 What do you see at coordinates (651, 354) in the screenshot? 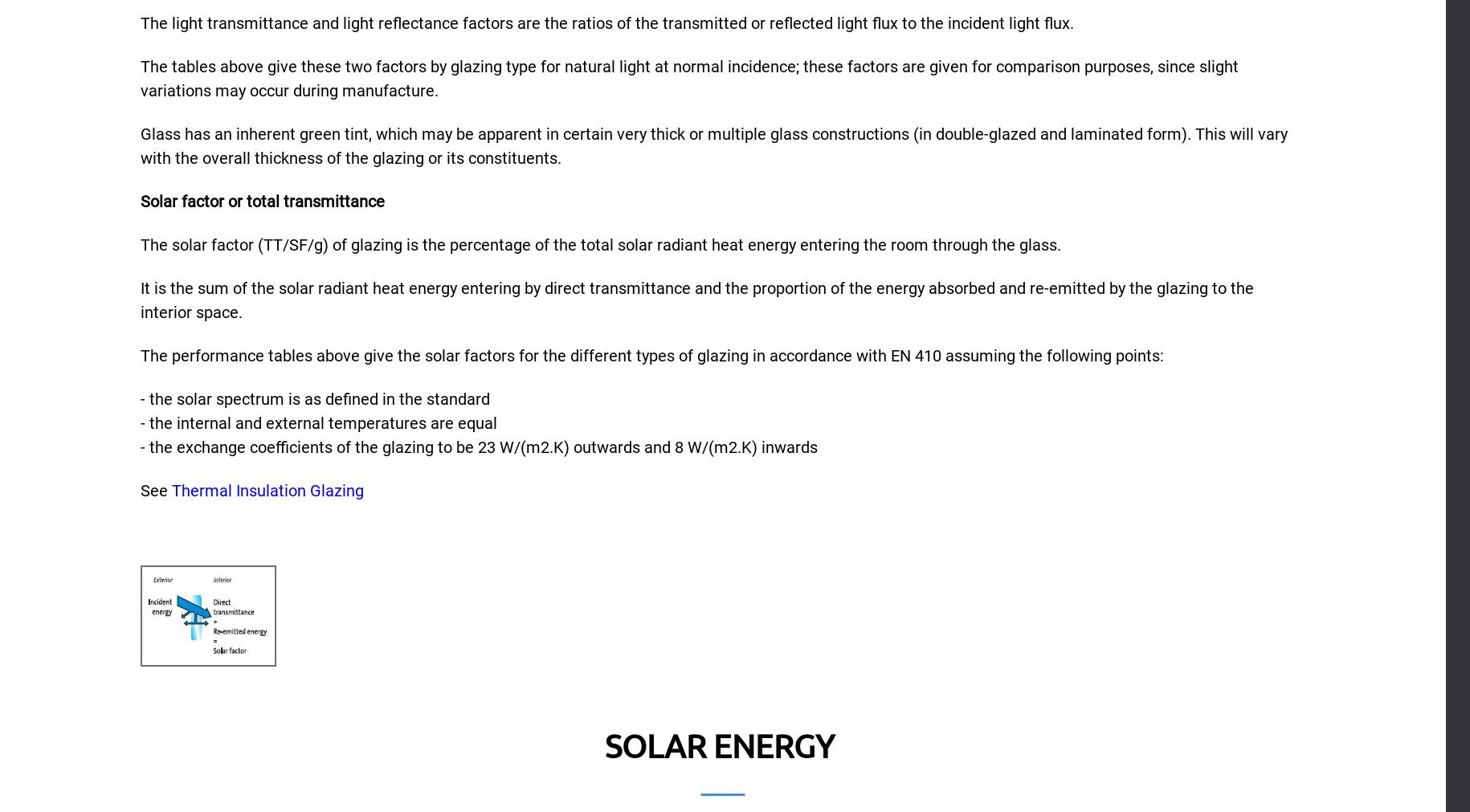
I see `'The performance tables above give the solar factors for the different types of glazing in accordance with EN 410 assuming the following points:'` at bounding box center [651, 354].